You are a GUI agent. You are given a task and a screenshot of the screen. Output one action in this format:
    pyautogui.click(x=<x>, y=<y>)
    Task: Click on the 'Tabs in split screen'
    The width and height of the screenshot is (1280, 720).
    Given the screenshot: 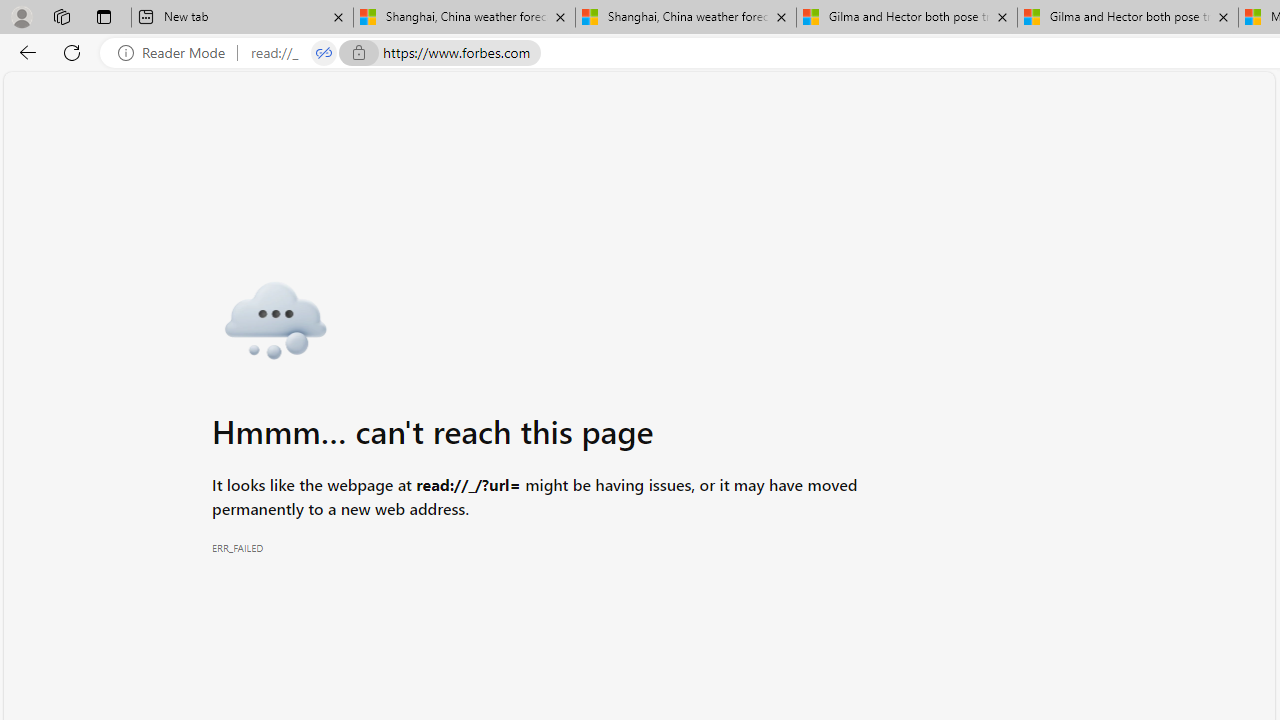 What is the action you would take?
    pyautogui.click(x=323, y=52)
    